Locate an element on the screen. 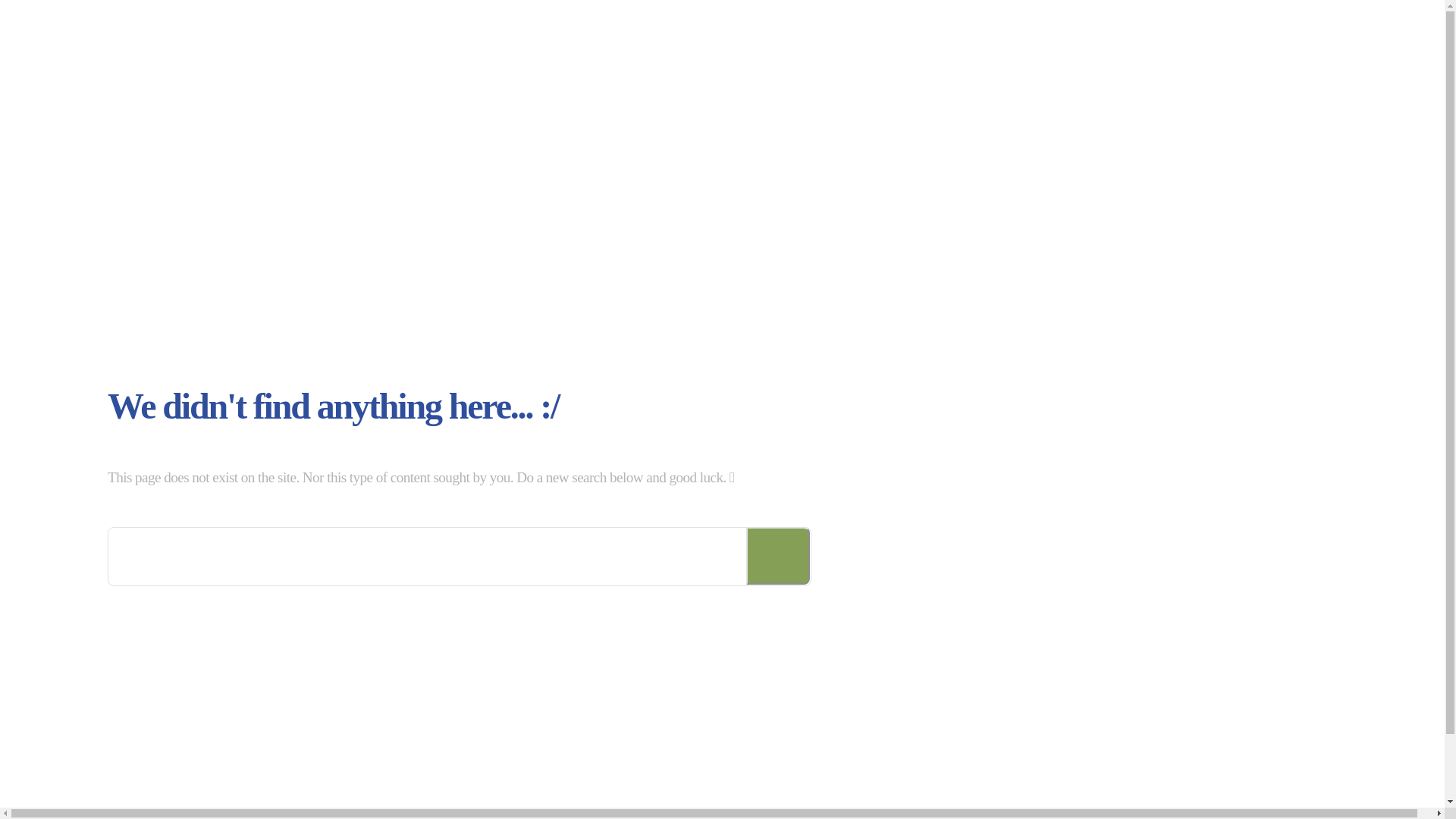  'Youtube' is located at coordinates (1234, 799).